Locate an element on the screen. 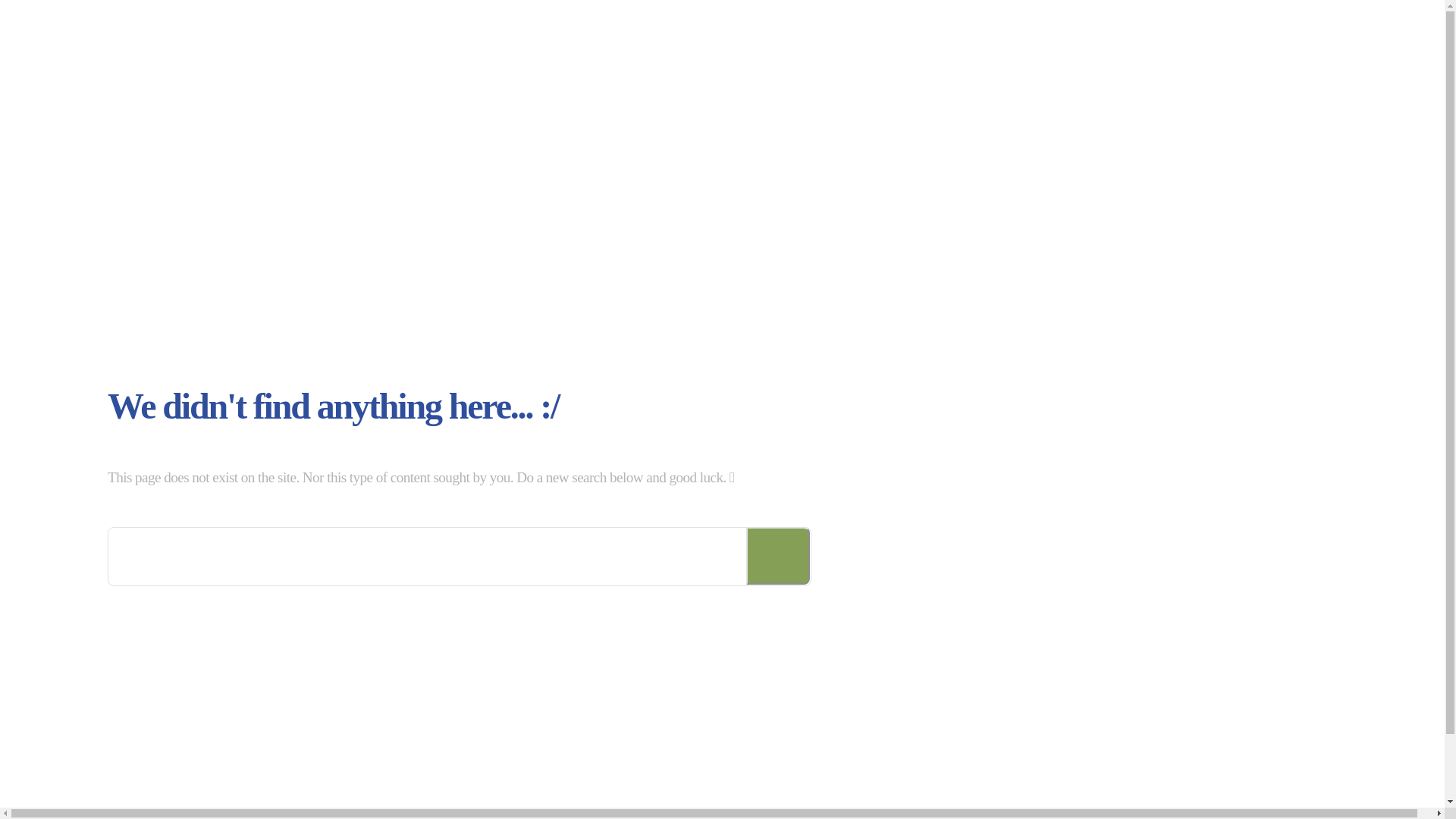  'Youtube' is located at coordinates (1234, 799).